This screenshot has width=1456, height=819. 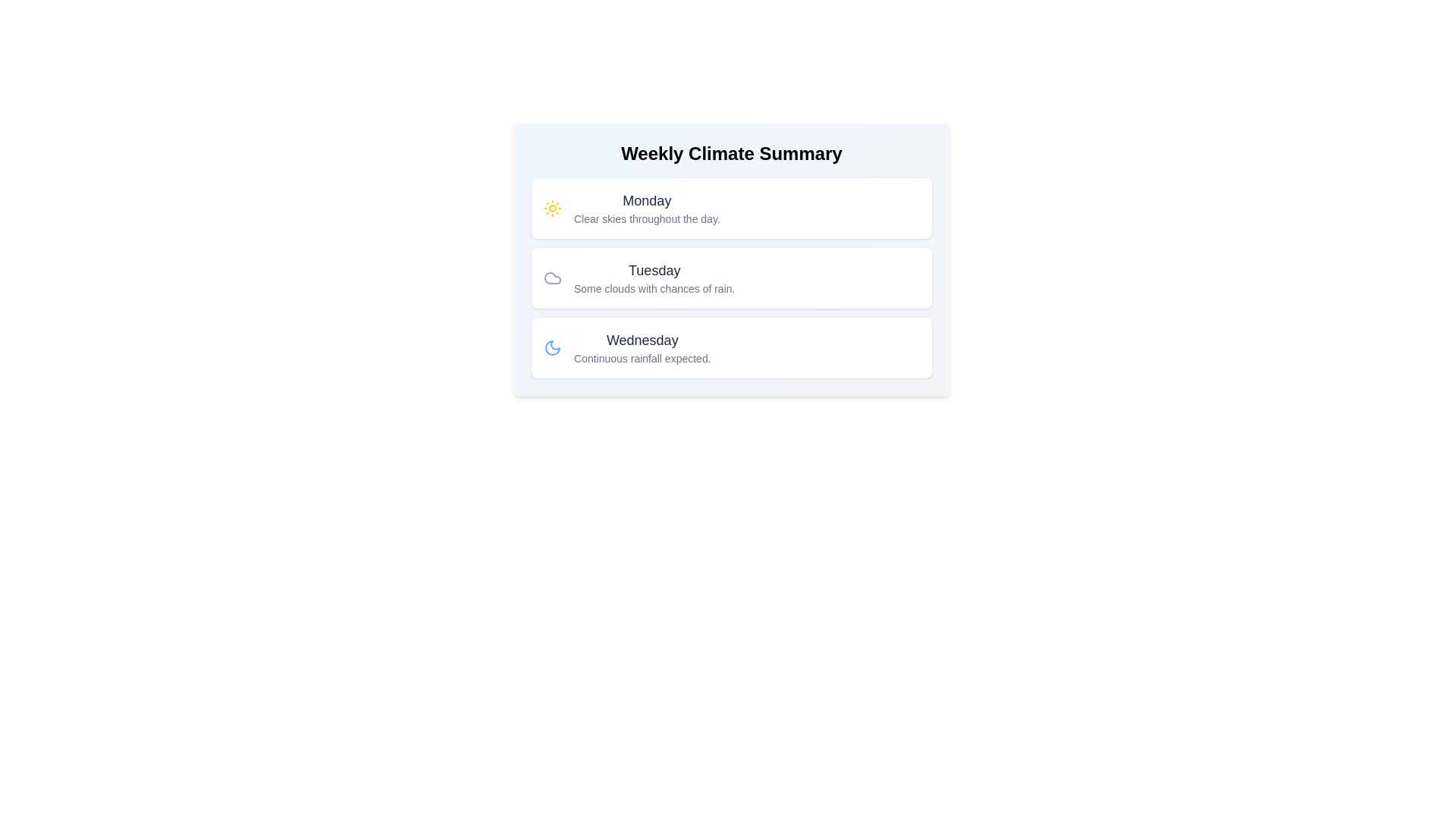 What do you see at coordinates (552, 208) in the screenshot?
I see `the weather condition icon for Monday` at bounding box center [552, 208].